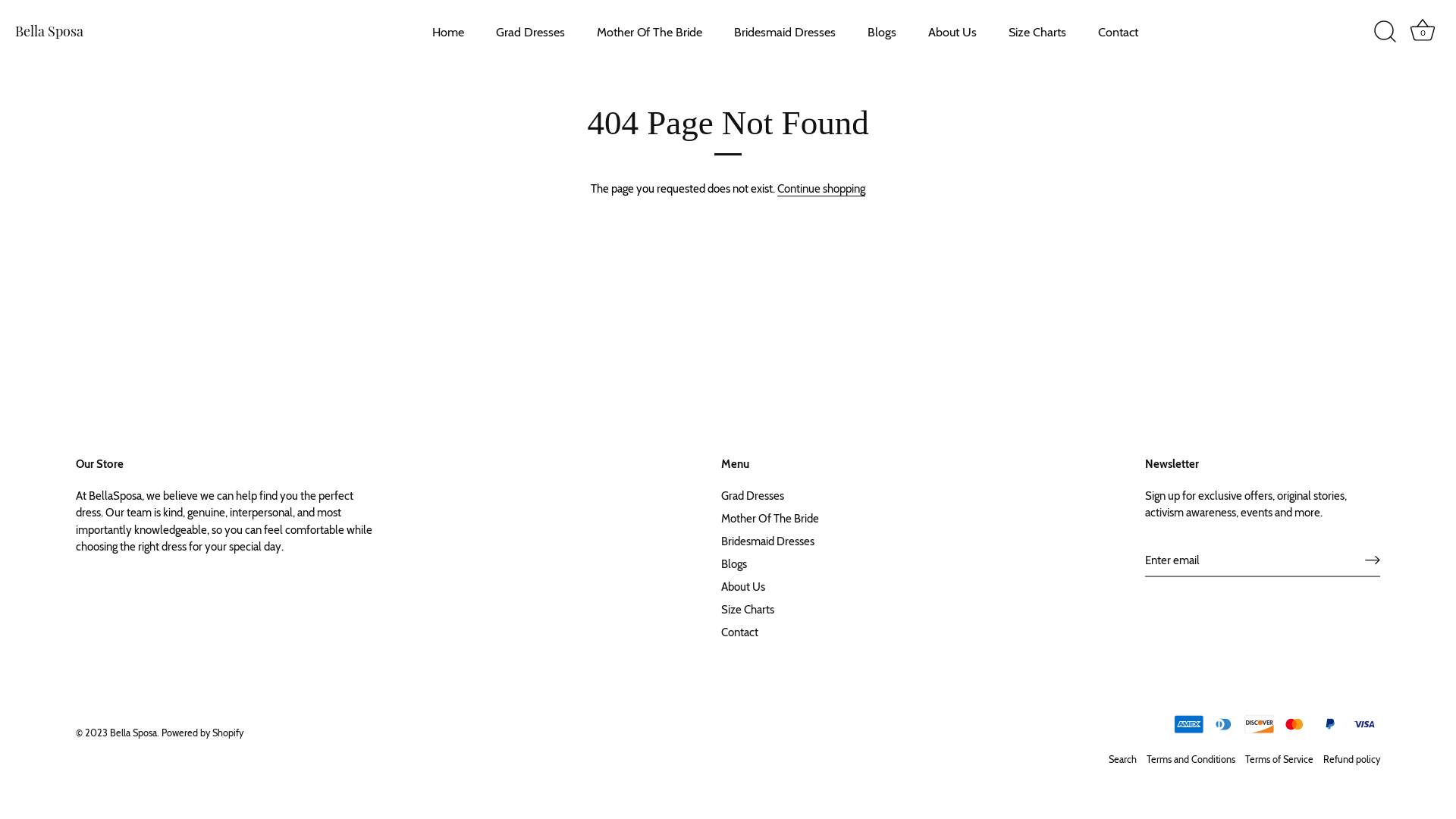 The width and height of the screenshot is (1456, 819). Describe the element at coordinates (1109, 758) in the screenshot. I see `'Search'` at that location.